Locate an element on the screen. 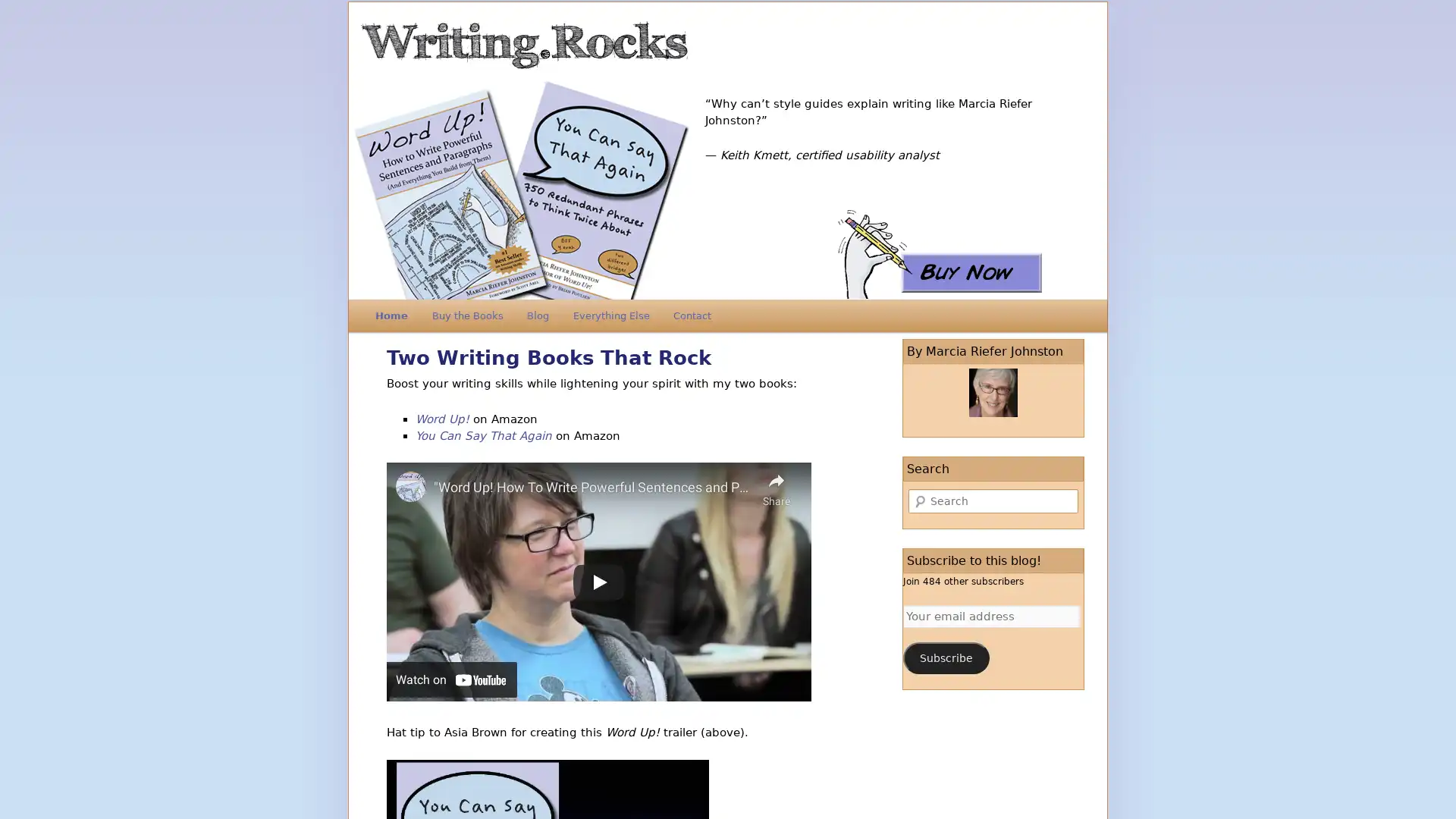 This screenshot has width=1456, height=819. Subscribe is located at coordinates (945, 657).